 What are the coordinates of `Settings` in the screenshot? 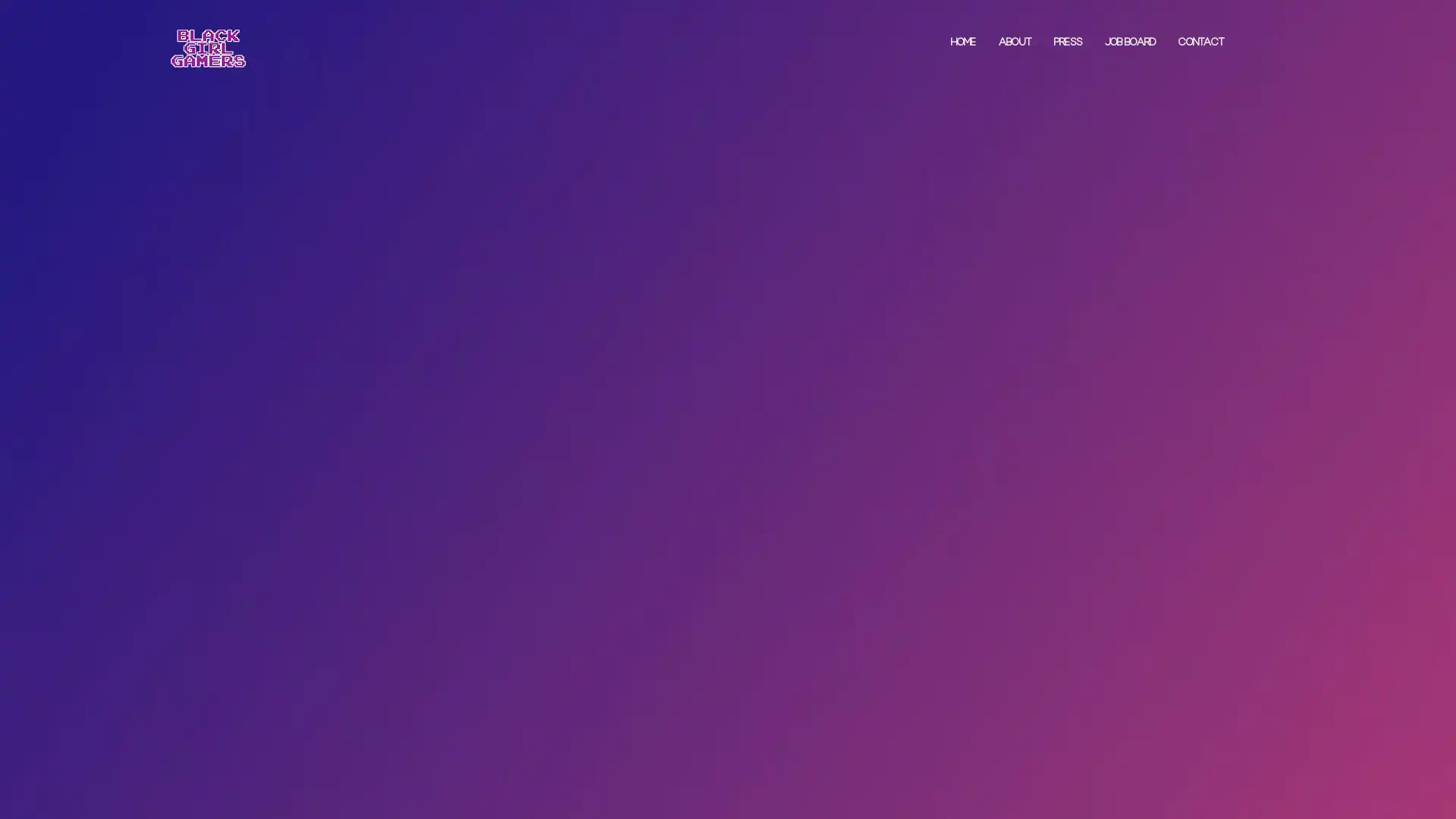 It's located at (1322, 794).